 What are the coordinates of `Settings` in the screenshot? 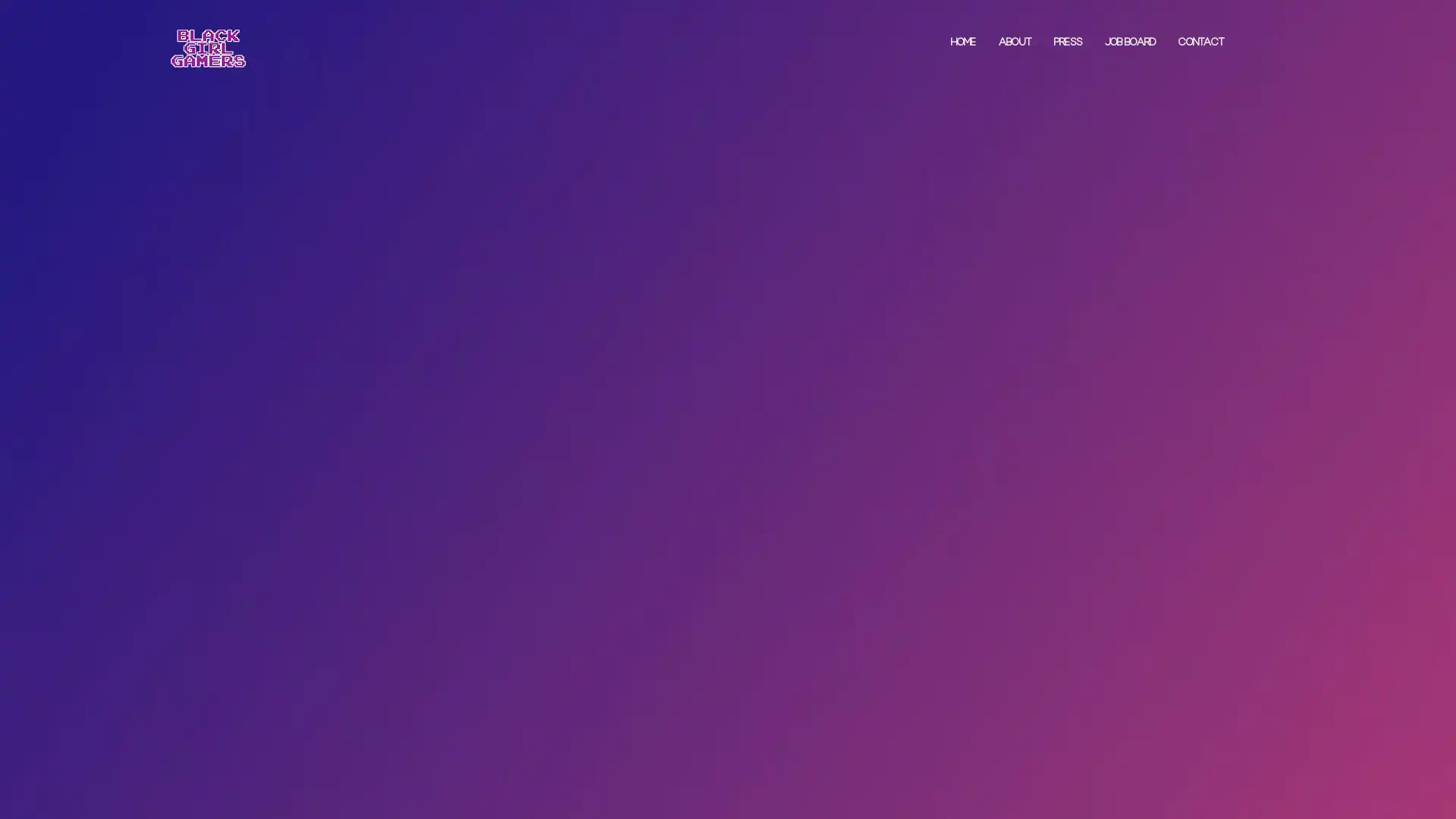 It's located at (1322, 794).